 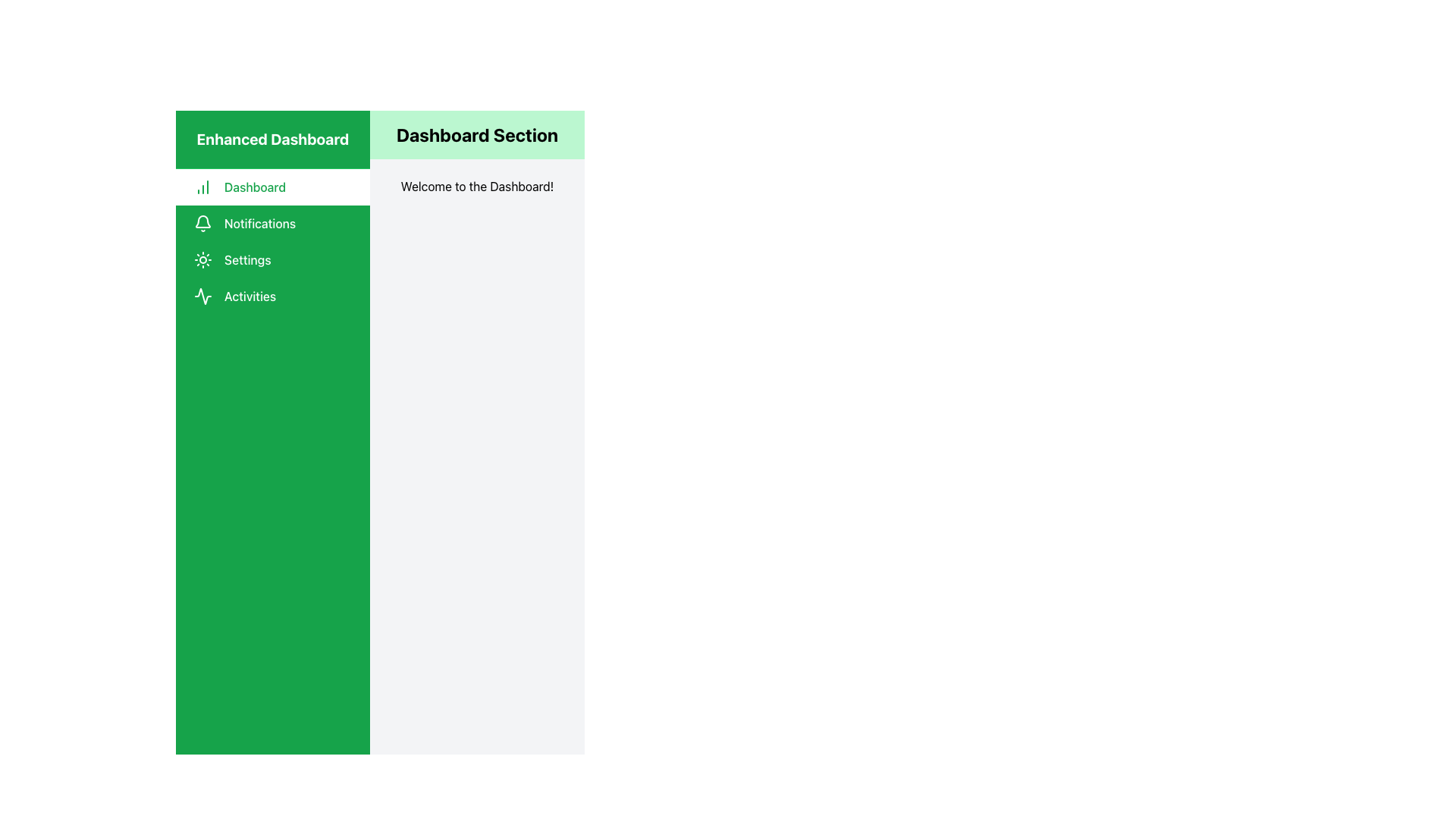 I want to click on the small green and white waveform icon in the vertical navigation bar, so click(x=202, y=296).